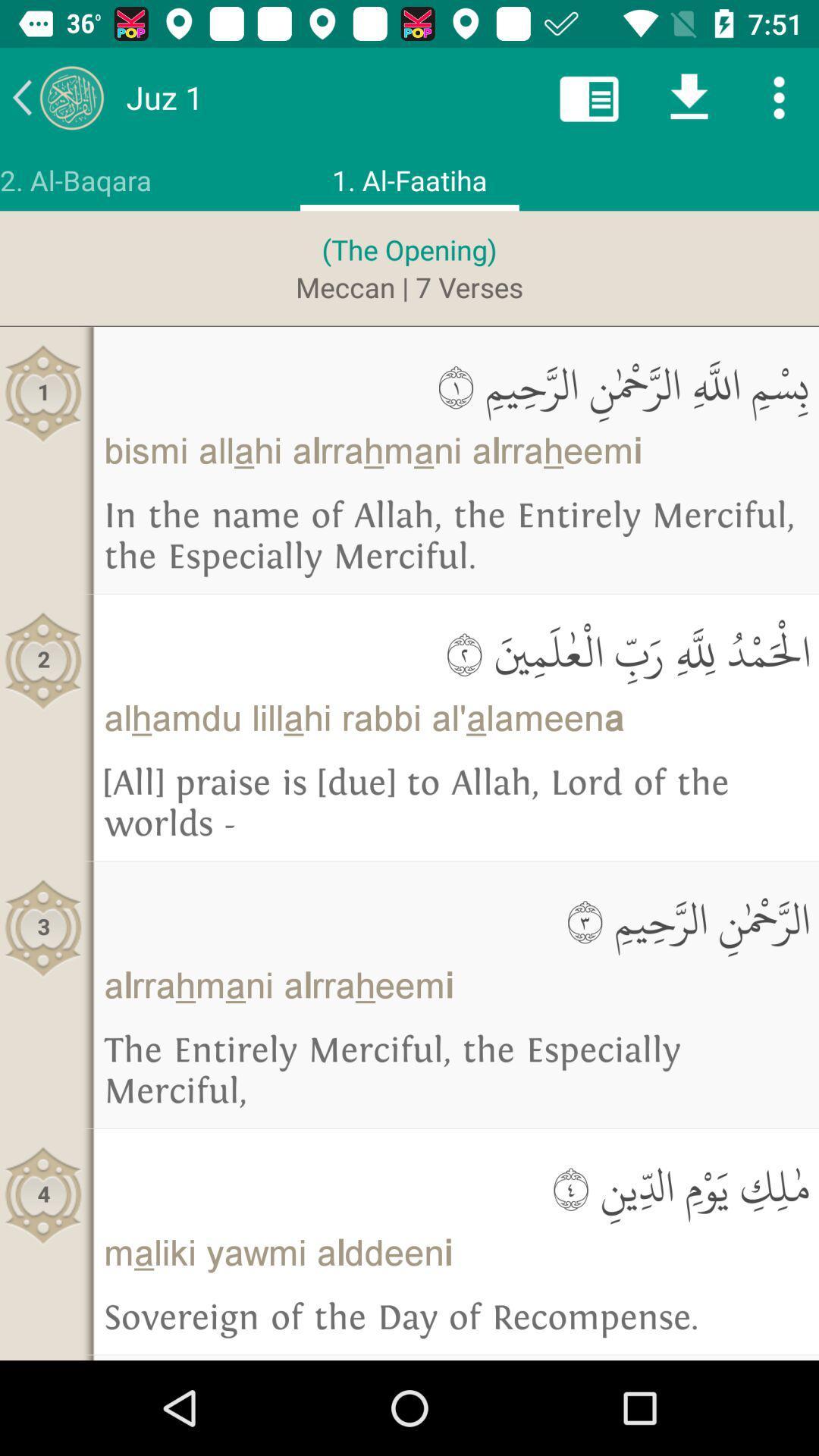 This screenshot has height=1456, width=819. Describe the element at coordinates (57, 96) in the screenshot. I see `item above 2. al-baqara app` at that location.